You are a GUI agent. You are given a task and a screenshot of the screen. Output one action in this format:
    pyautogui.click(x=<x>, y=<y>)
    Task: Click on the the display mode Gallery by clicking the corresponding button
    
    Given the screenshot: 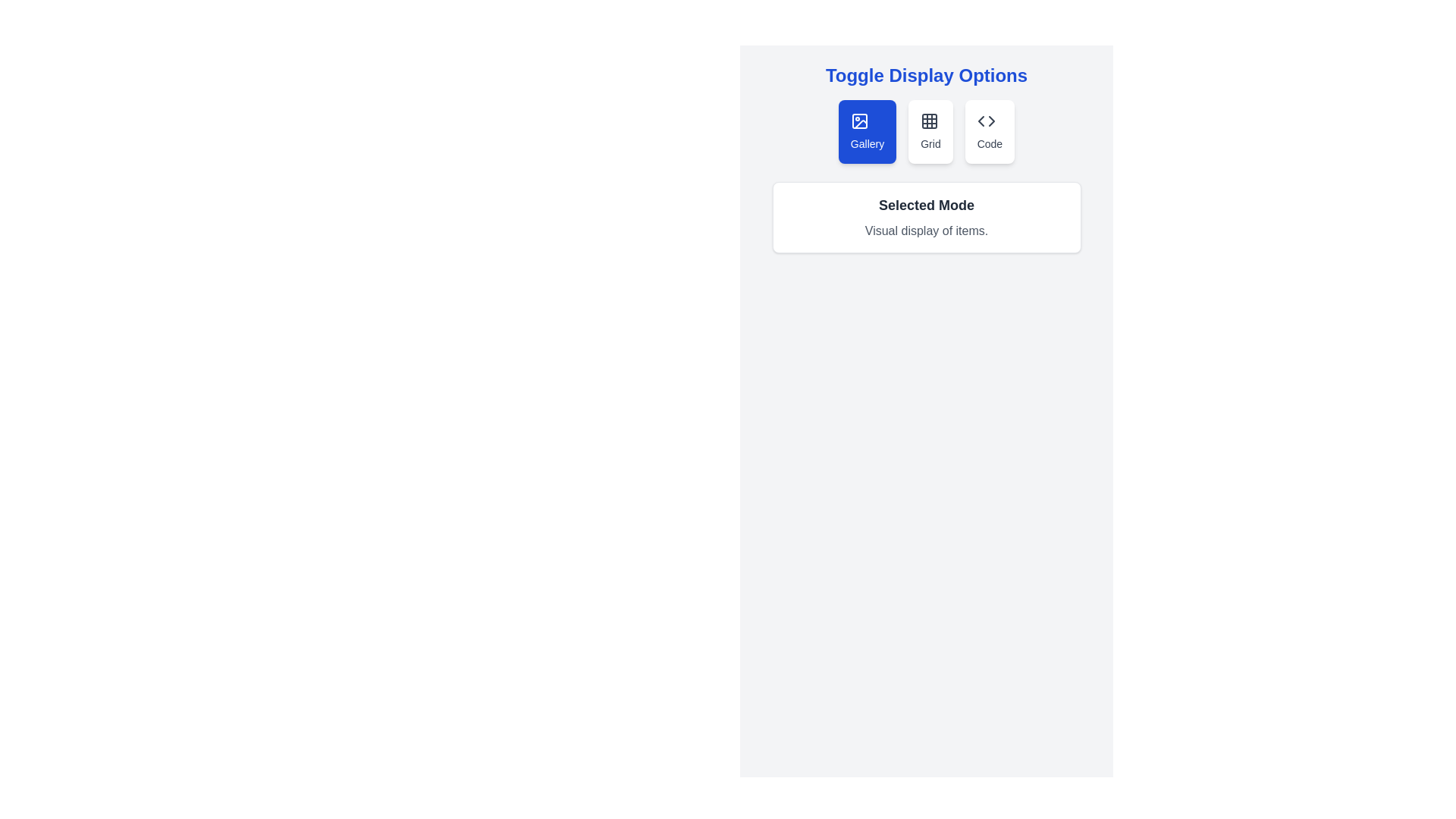 What is the action you would take?
    pyautogui.click(x=867, y=130)
    